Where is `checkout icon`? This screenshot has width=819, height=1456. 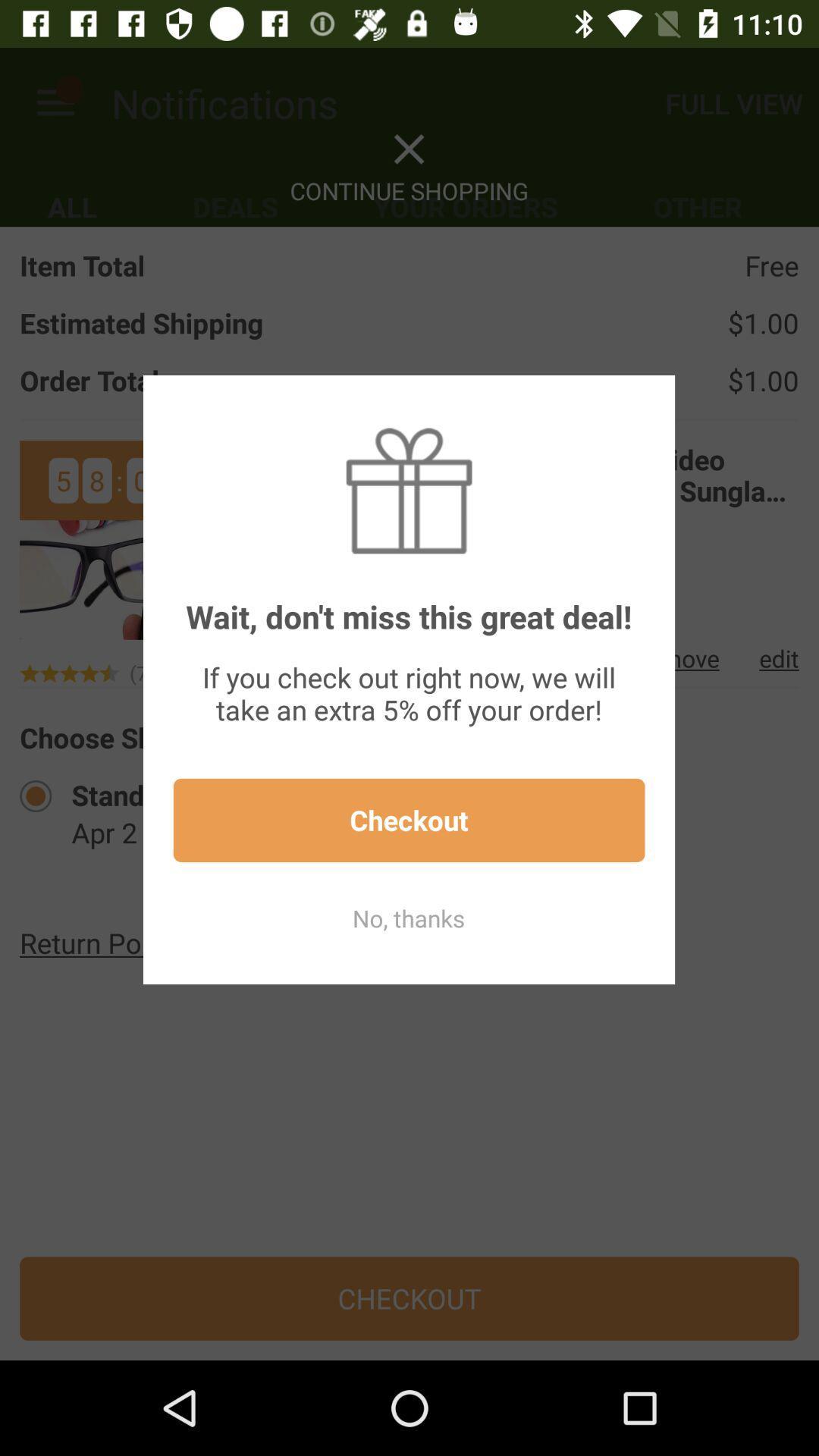 checkout icon is located at coordinates (408, 819).